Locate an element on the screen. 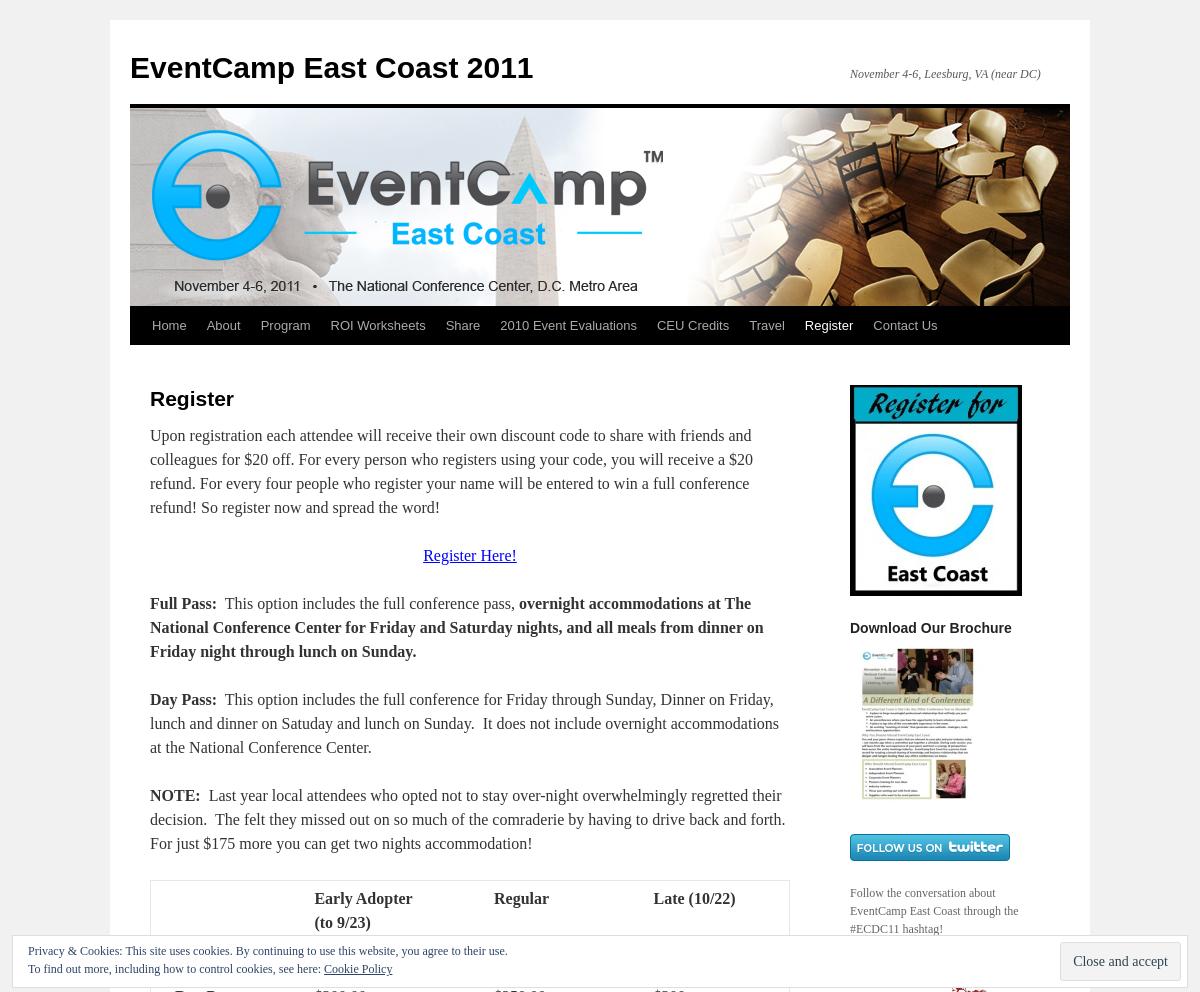 Image resolution: width=1200 pixels, height=992 pixels. 'Cookie Policy' is located at coordinates (357, 968).